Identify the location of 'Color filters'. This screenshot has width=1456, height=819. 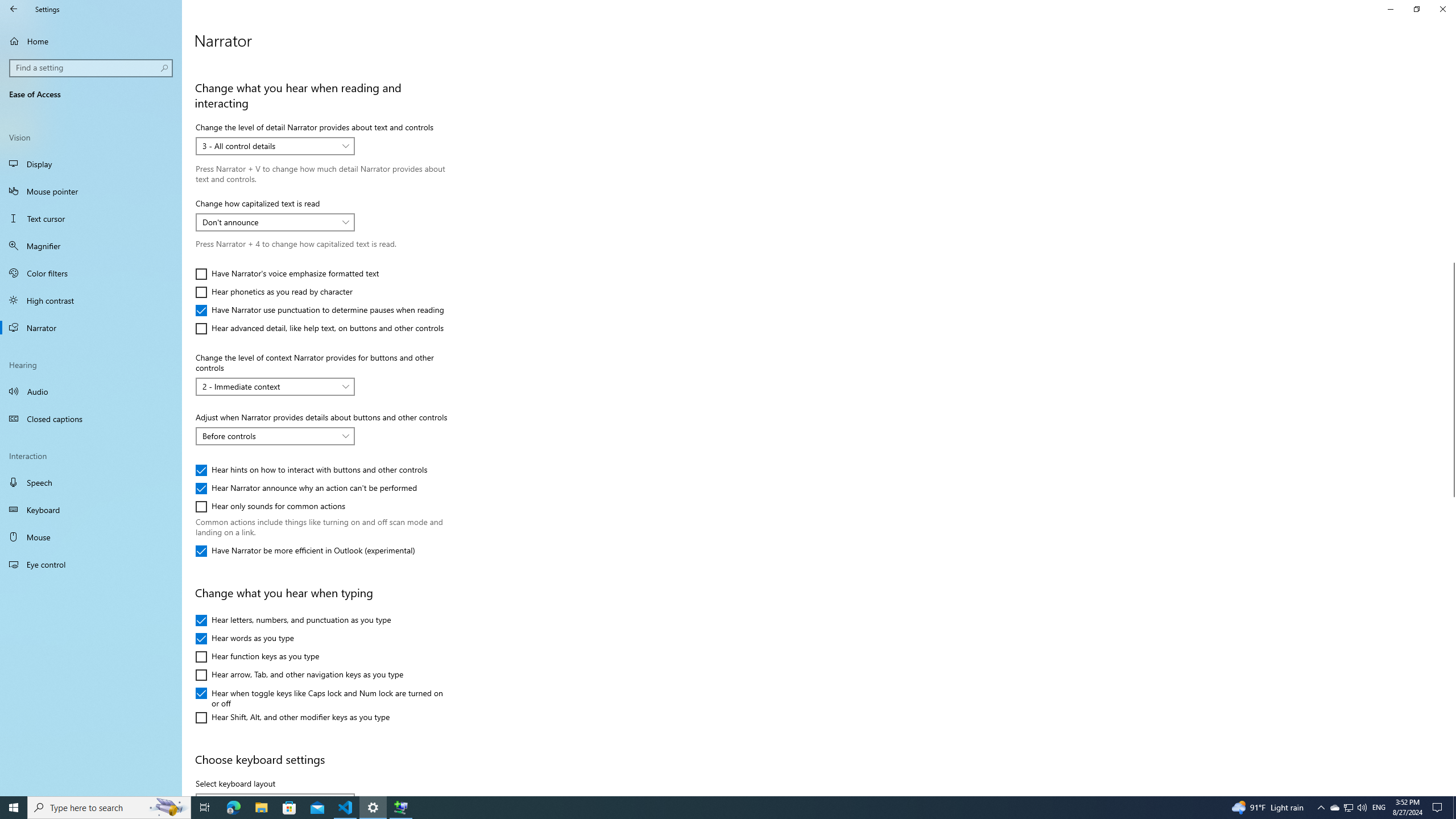
(90, 272).